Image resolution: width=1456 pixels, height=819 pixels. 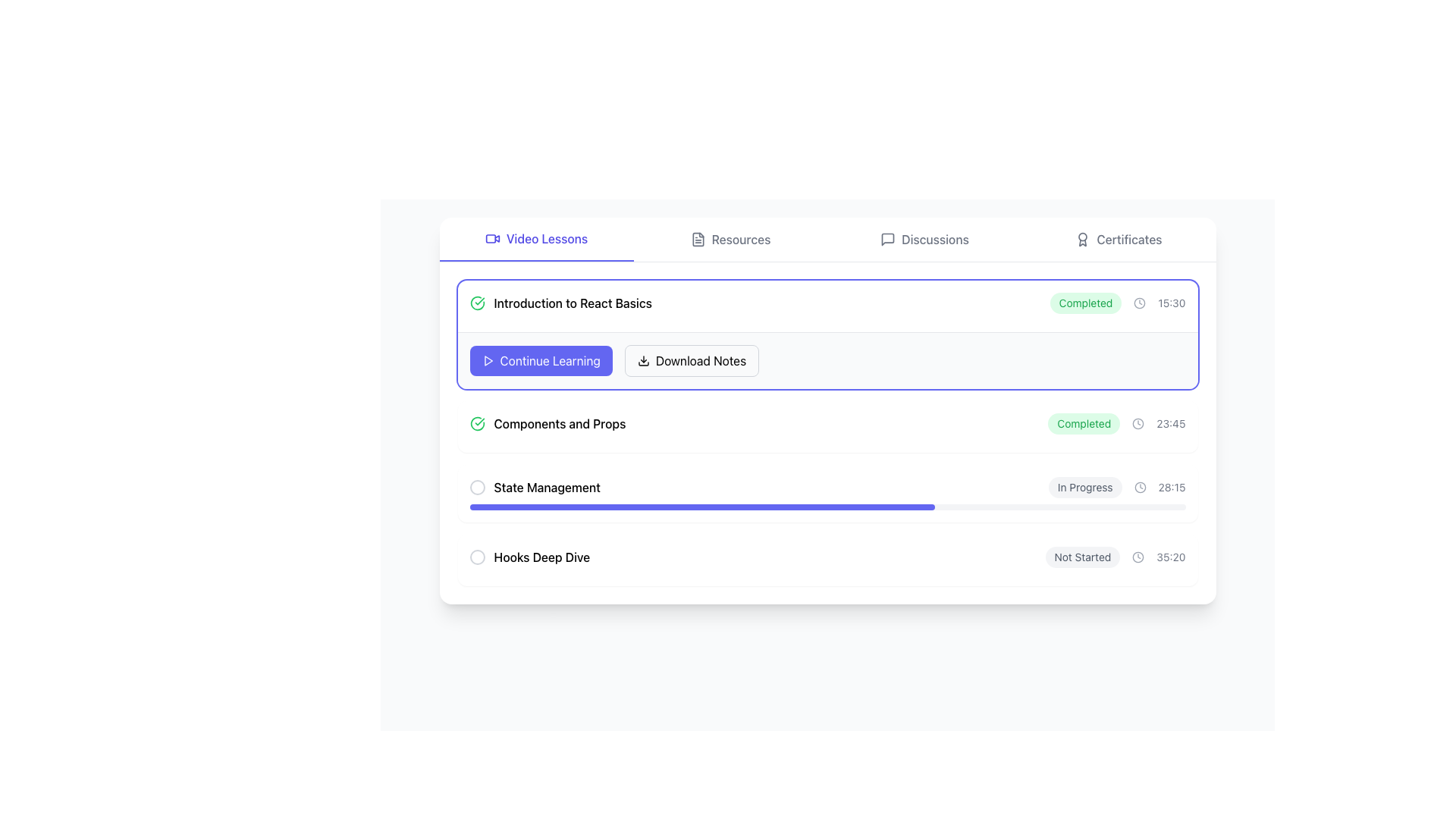 I want to click on the small clock icon with a light gray stroke located in the 'Not Started' row, which is the bottom-most entry of the vertical list, so click(x=1138, y=557).